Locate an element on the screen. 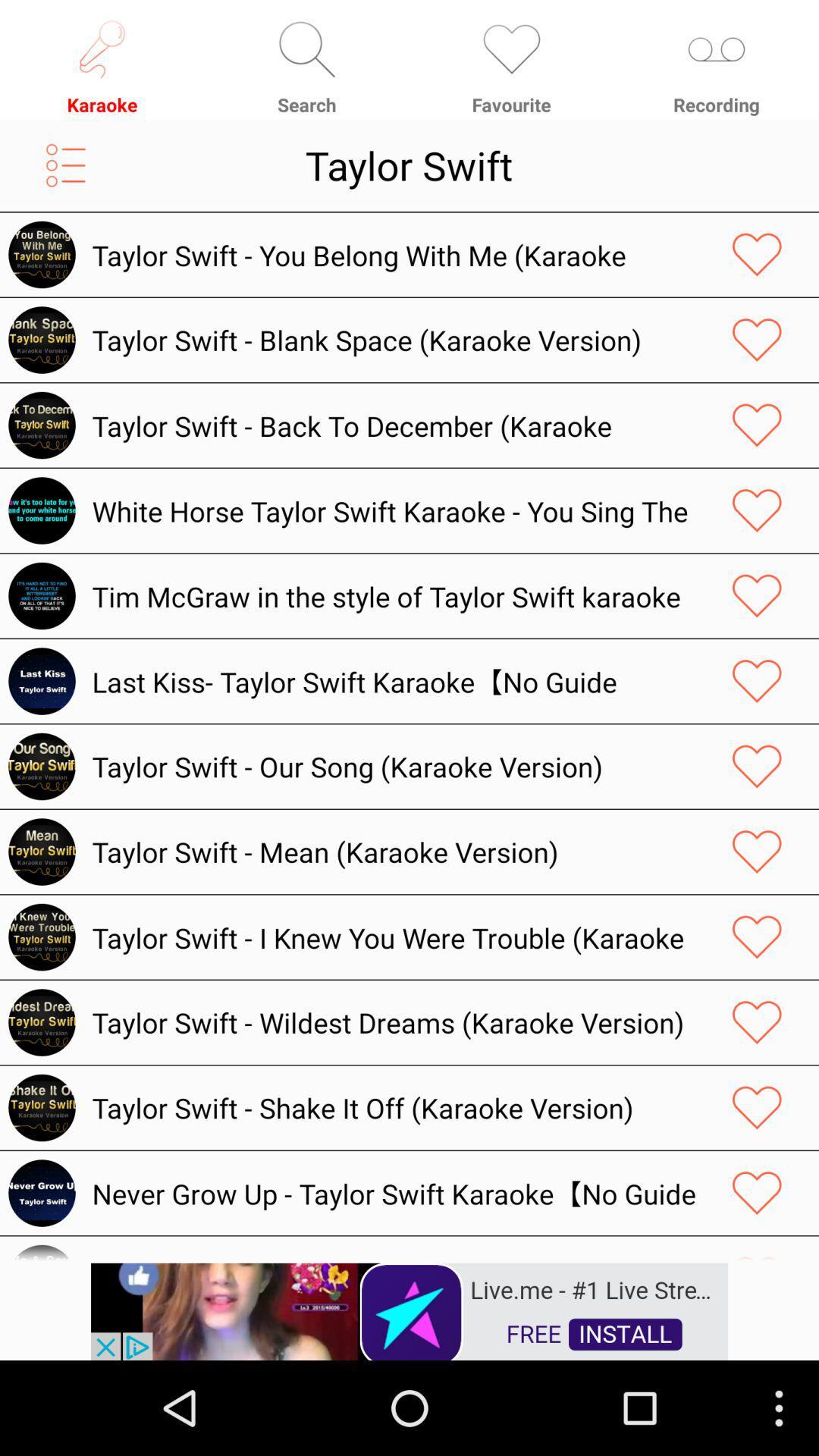 This screenshot has height=1456, width=819. song is located at coordinates (757, 937).